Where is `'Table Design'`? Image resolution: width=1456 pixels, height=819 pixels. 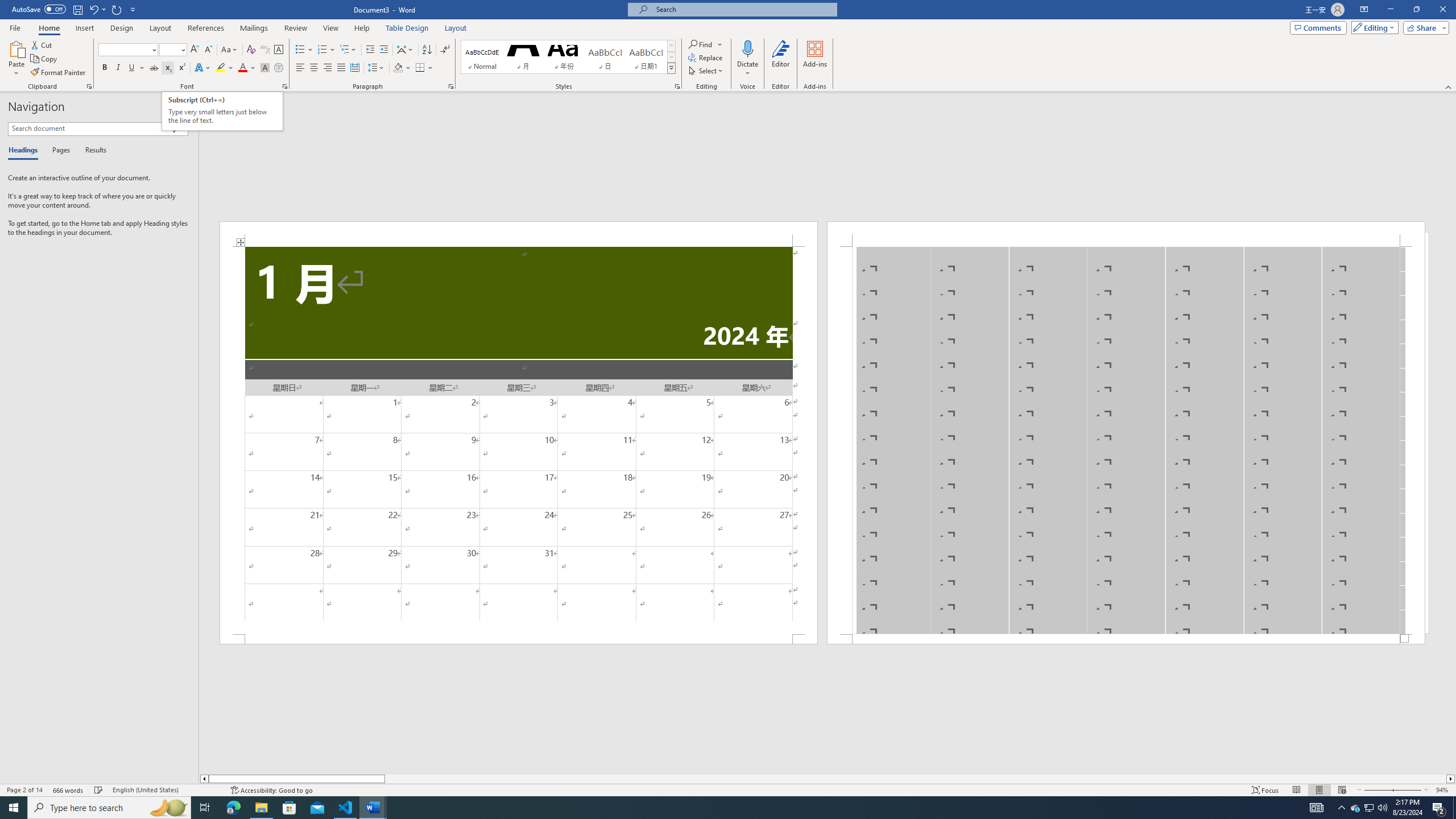 'Table Design' is located at coordinates (407, 28).